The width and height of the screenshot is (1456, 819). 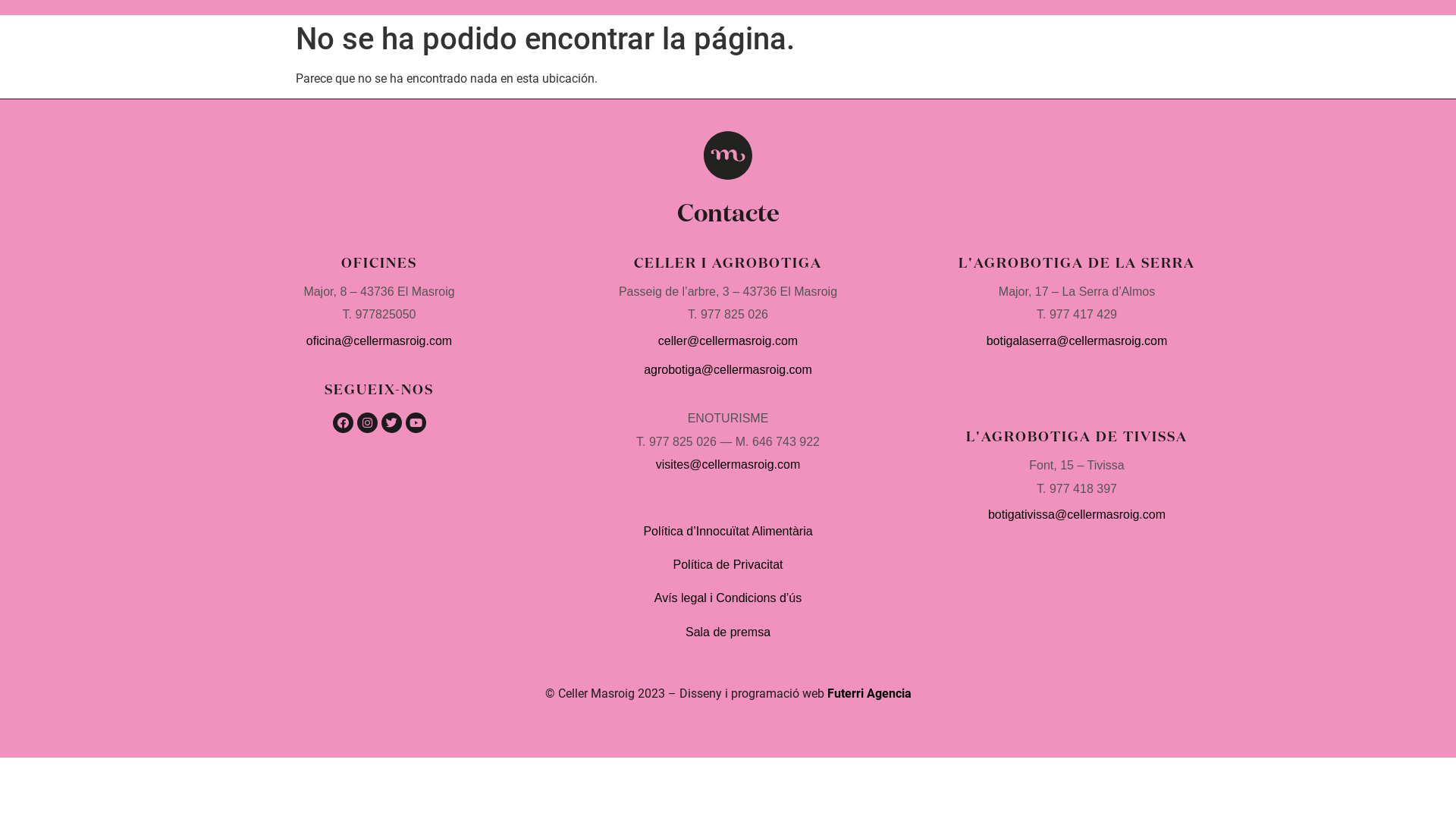 I want to click on 'botigativissa@cellermasroig.com', so click(x=1076, y=513).